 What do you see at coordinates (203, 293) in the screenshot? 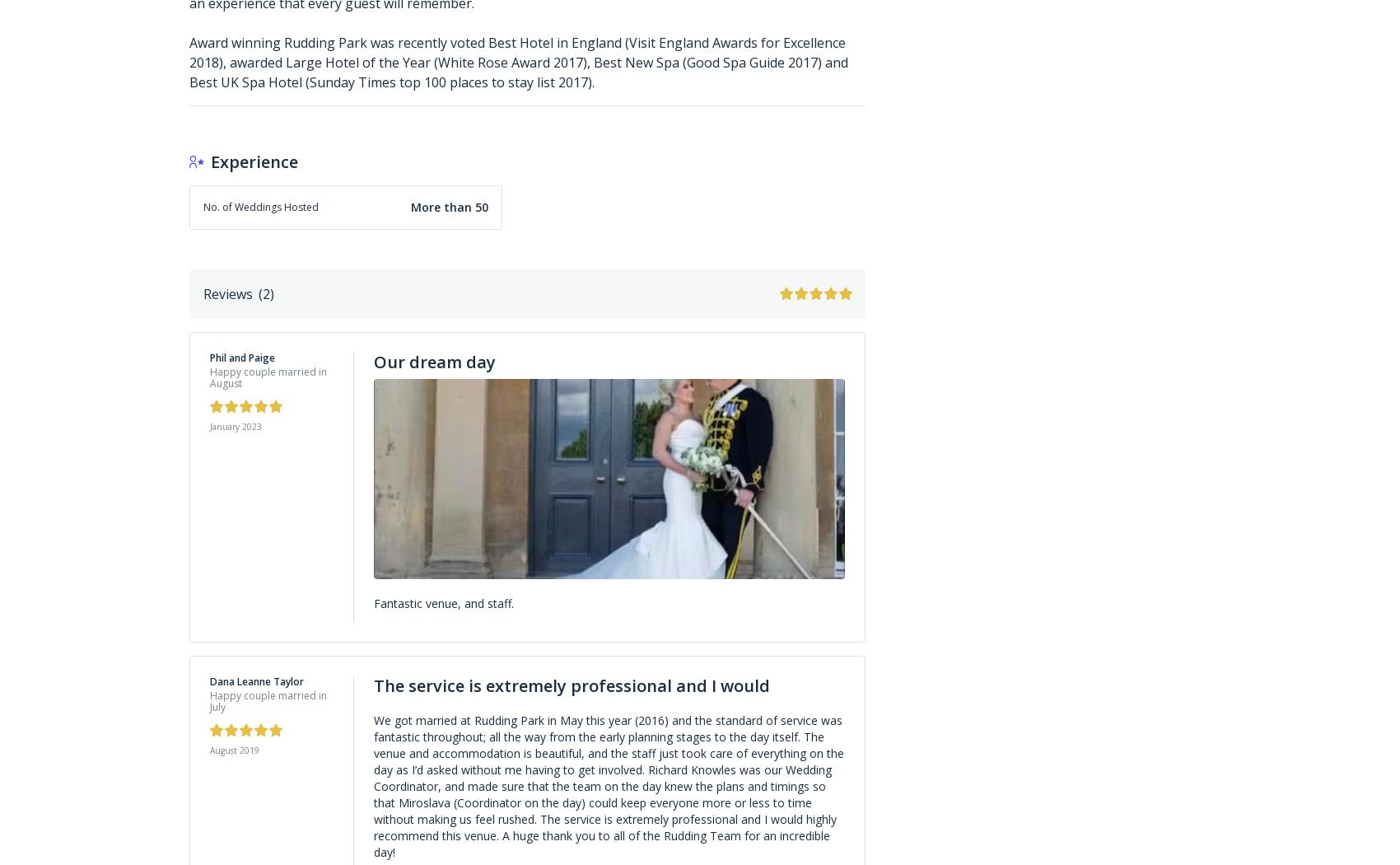
I see `'Reviews'` at bounding box center [203, 293].